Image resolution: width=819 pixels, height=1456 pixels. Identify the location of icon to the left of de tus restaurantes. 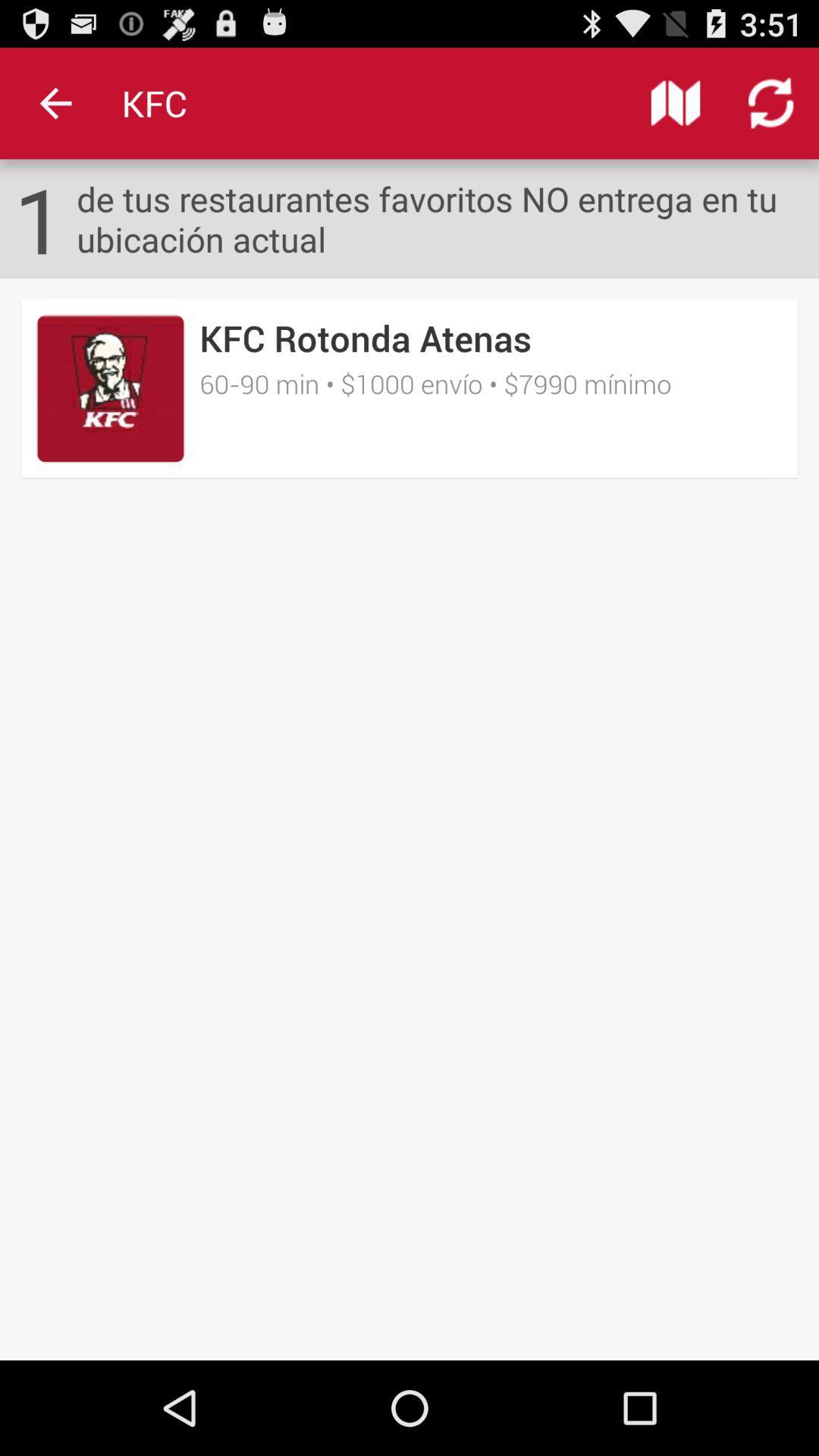
(39, 218).